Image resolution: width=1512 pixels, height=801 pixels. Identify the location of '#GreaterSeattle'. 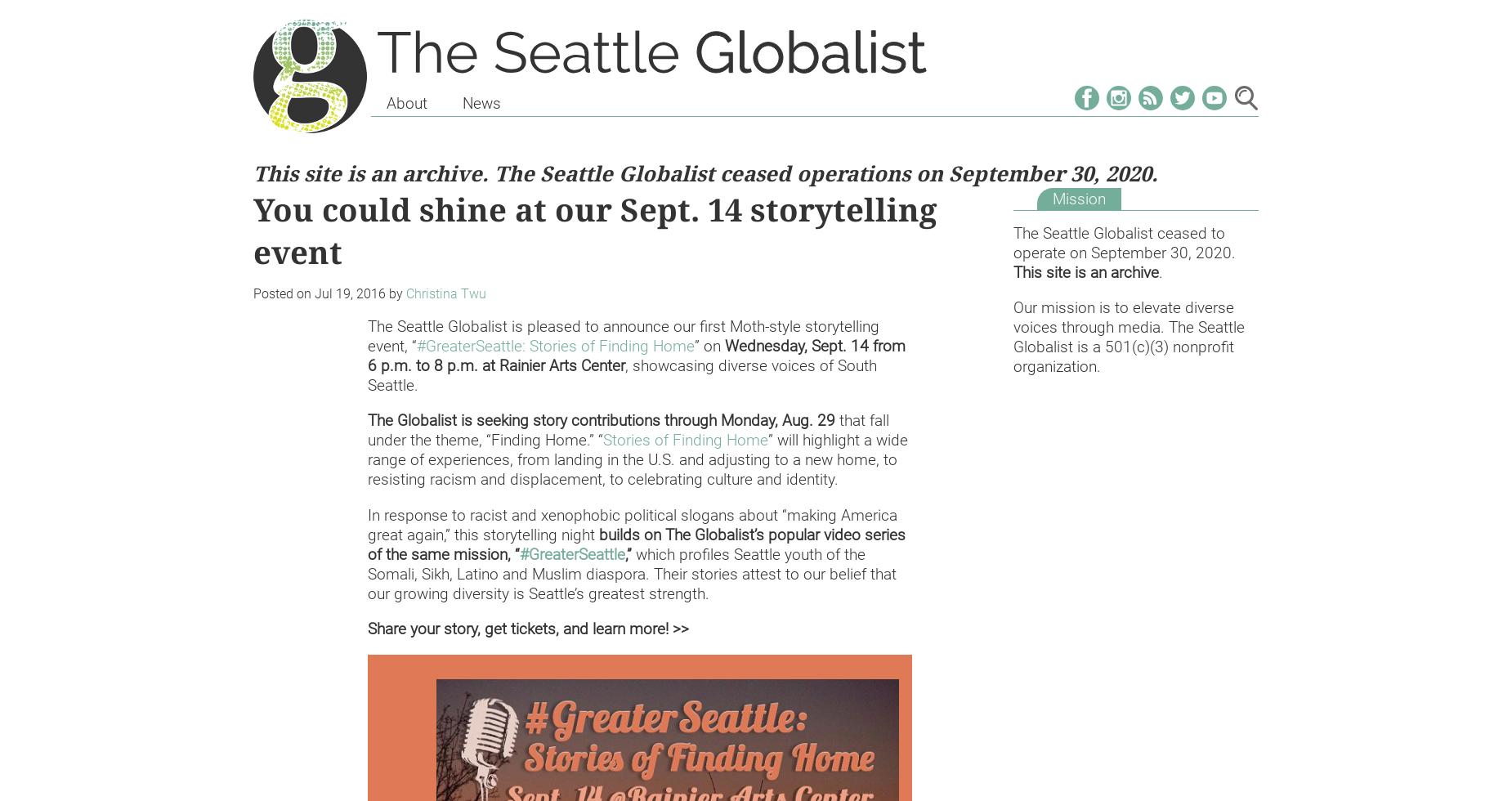
(572, 553).